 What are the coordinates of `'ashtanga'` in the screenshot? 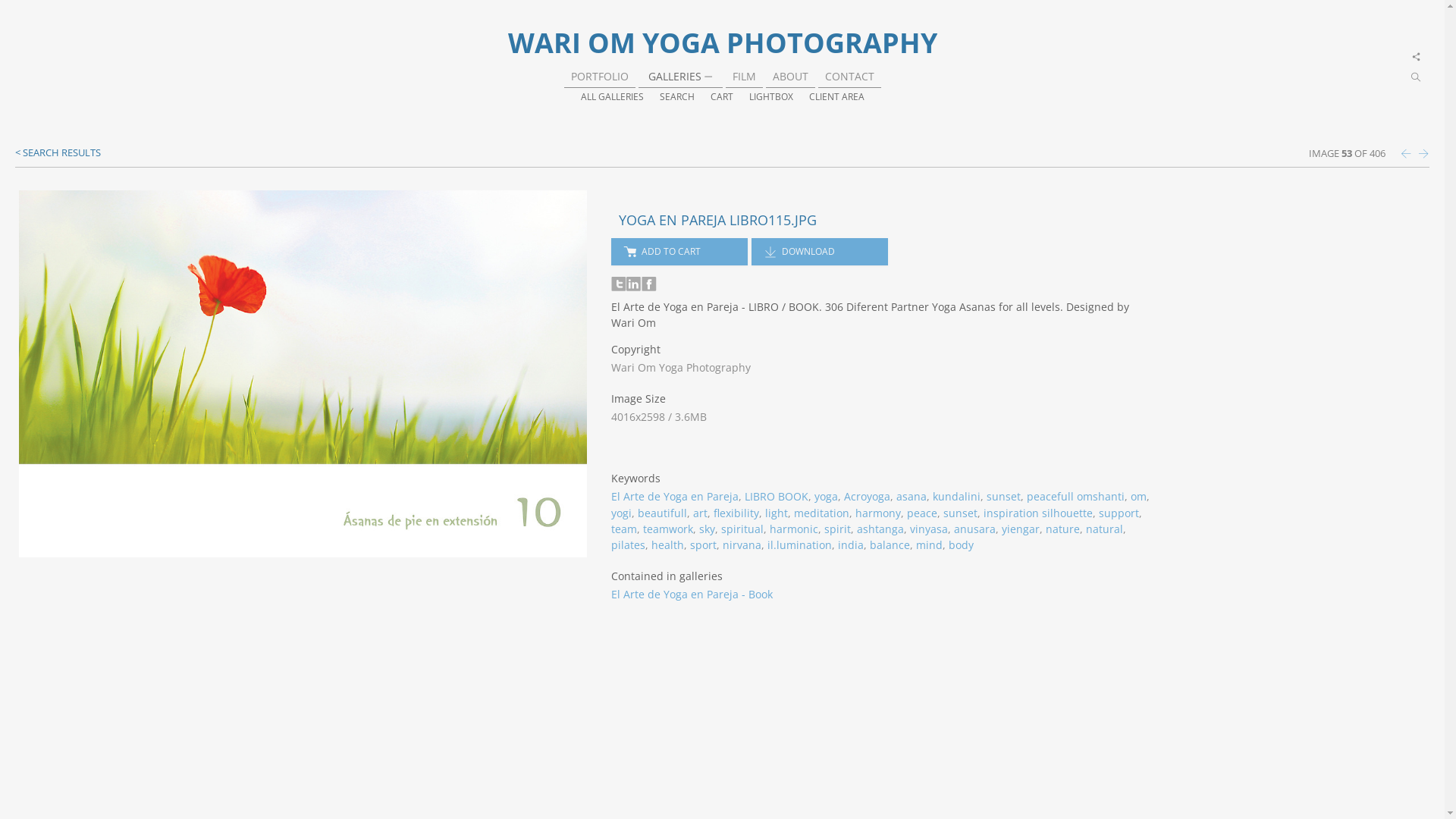 It's located at (880, 528).